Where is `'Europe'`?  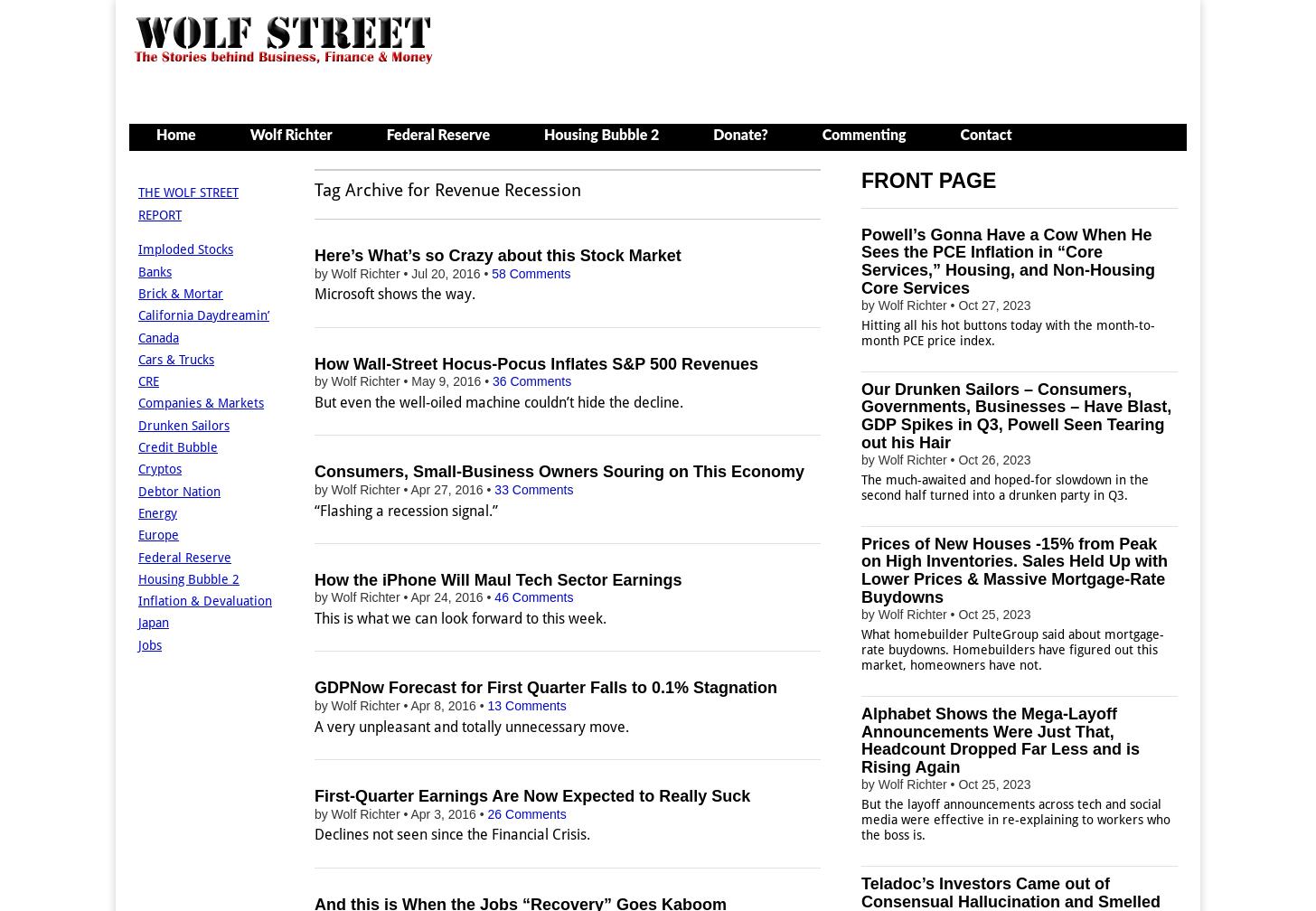
'Europe' is located at coordinates (158, 534).